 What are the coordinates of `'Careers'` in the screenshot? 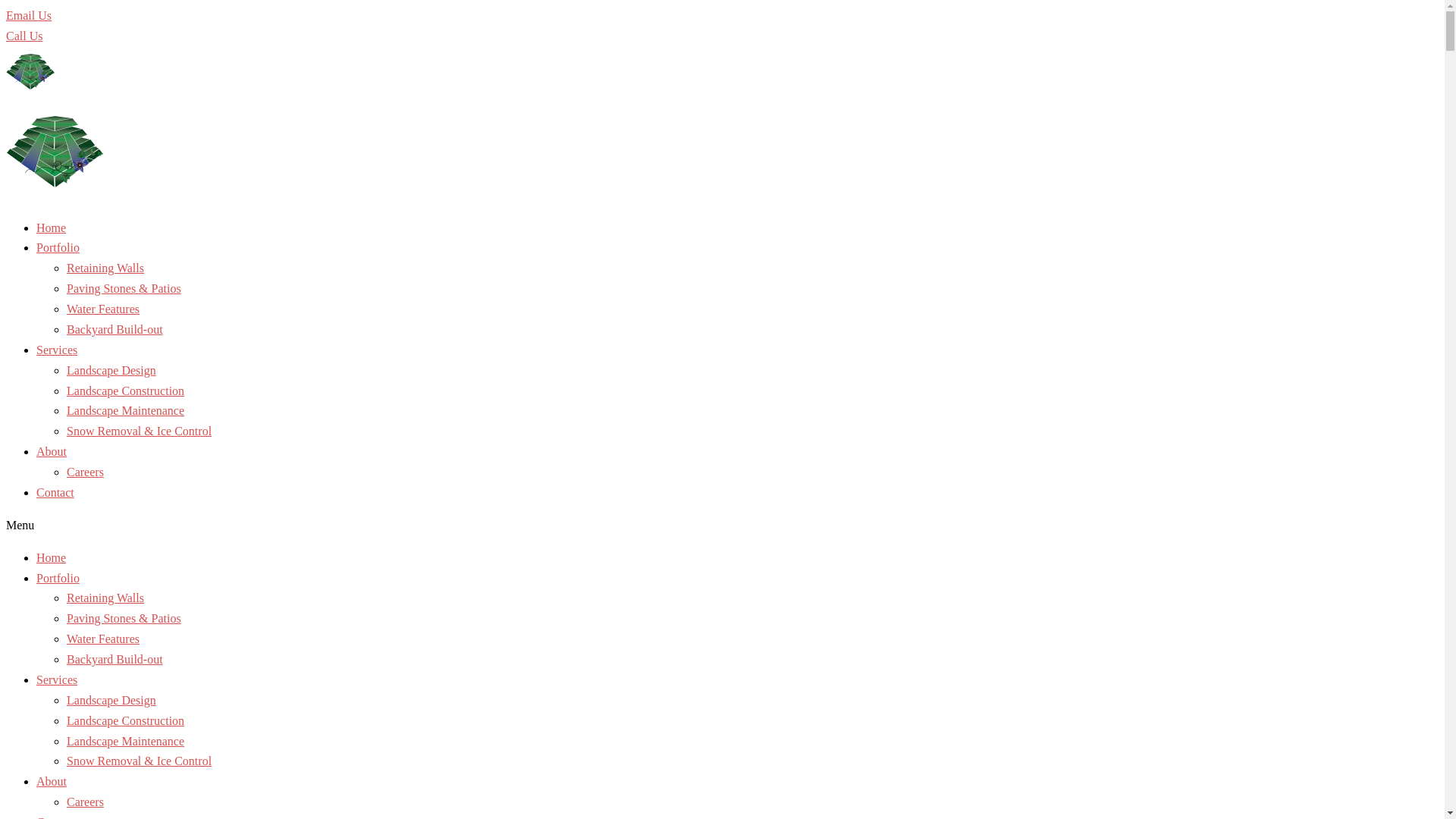 It's located at (84, 471).